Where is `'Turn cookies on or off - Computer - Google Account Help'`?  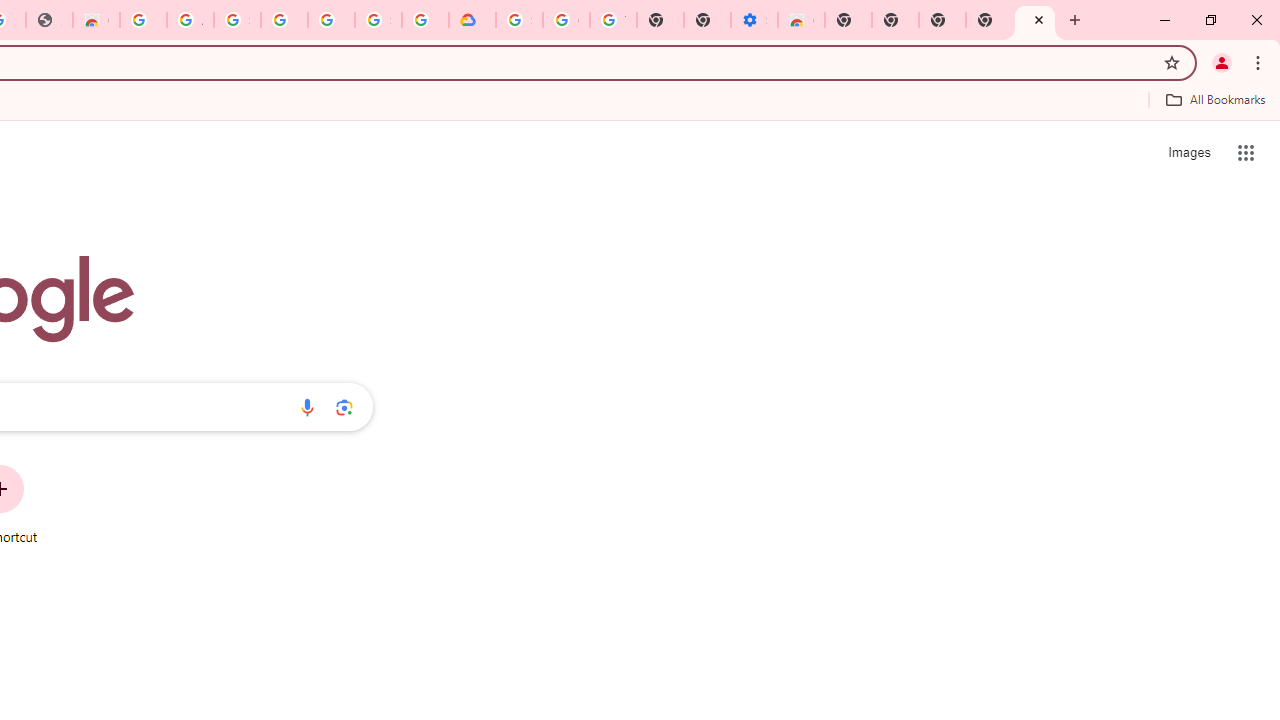
'Turn cookies on or off - Computer - Google Account Help' is located at coordinates (612, 20).